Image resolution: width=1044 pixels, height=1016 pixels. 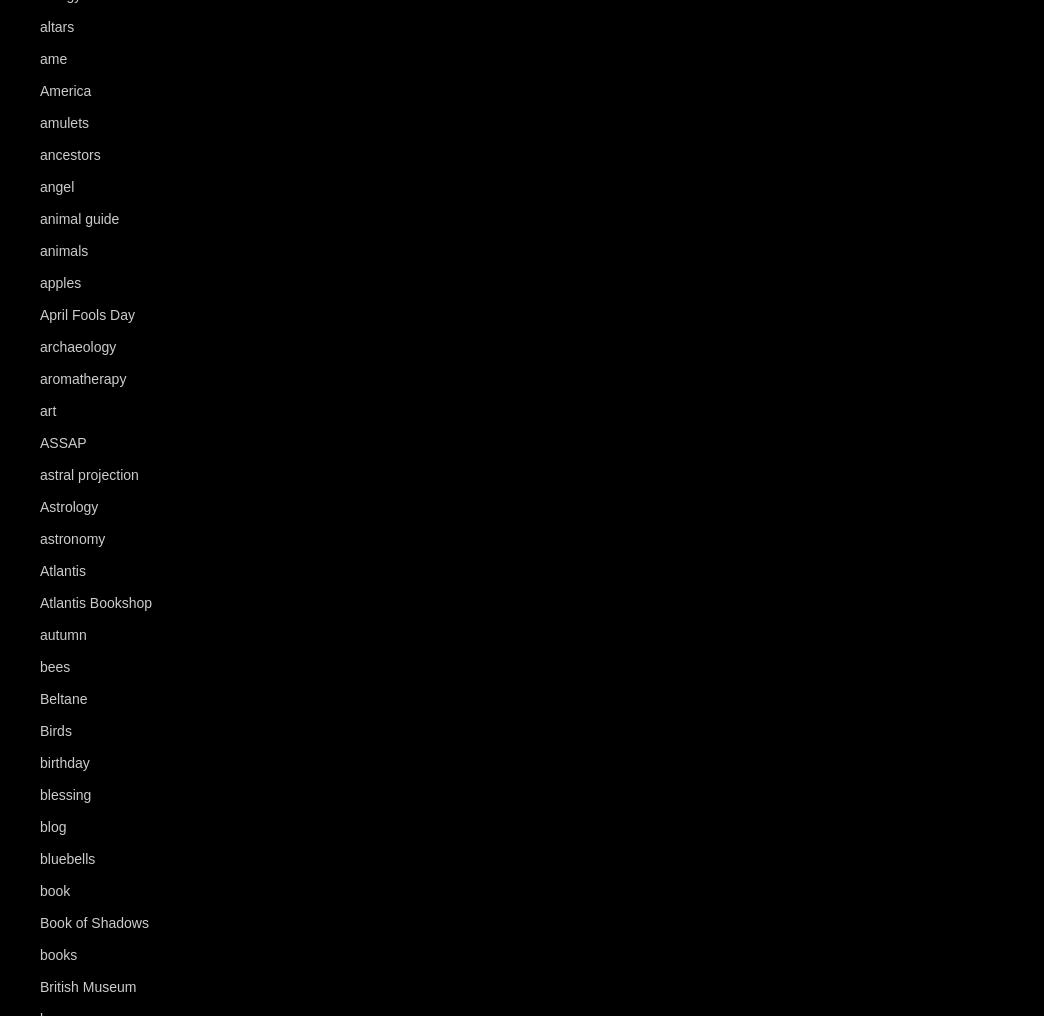 I want to click on 'Atlantis Bookshop', so click(x=38, y=602).